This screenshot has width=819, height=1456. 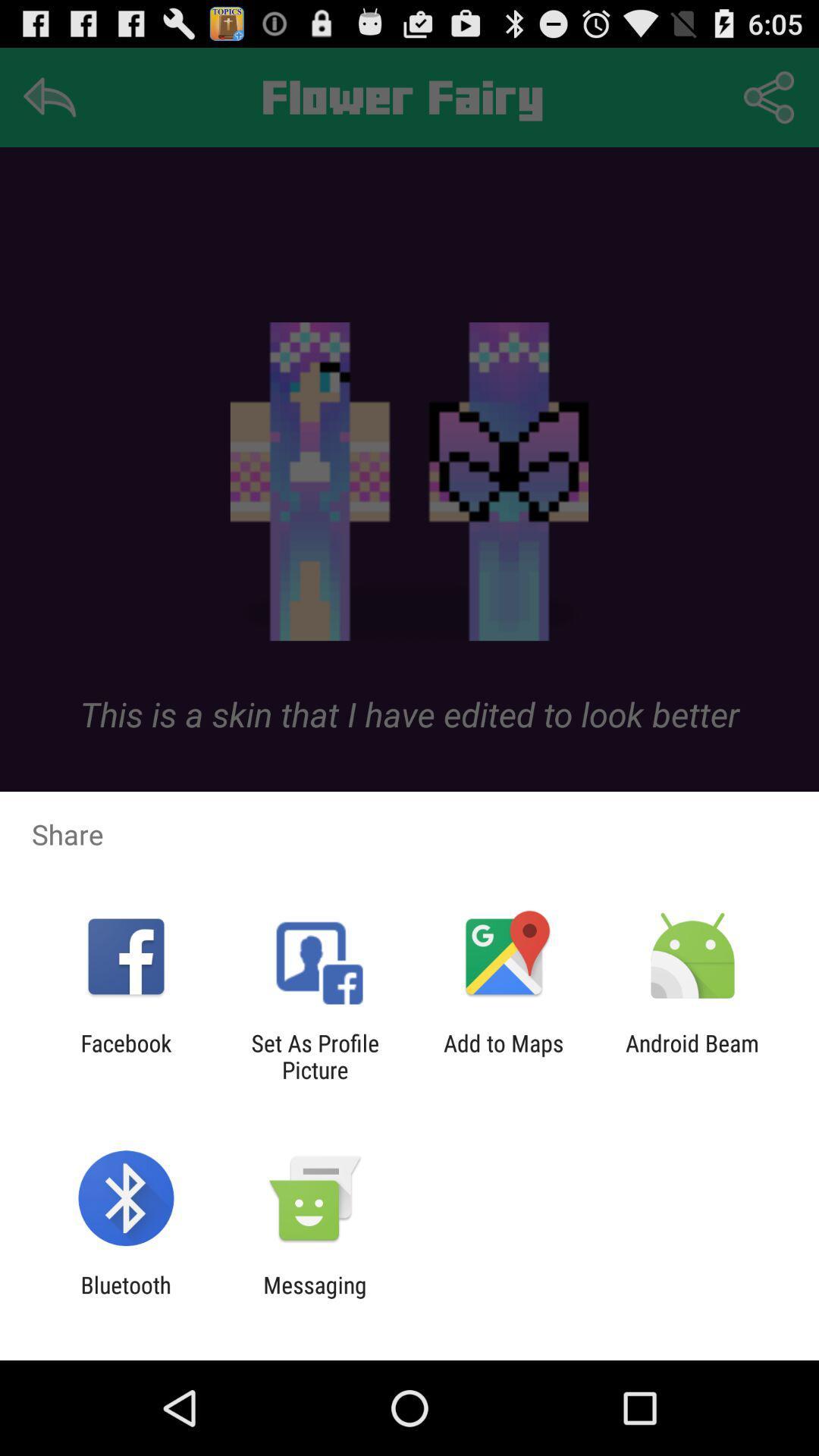 What do you see at coordinates (125, 1056) in the screenshot?
I see `icon to the left of the set as profile app` at bounding box center [125, 1056].